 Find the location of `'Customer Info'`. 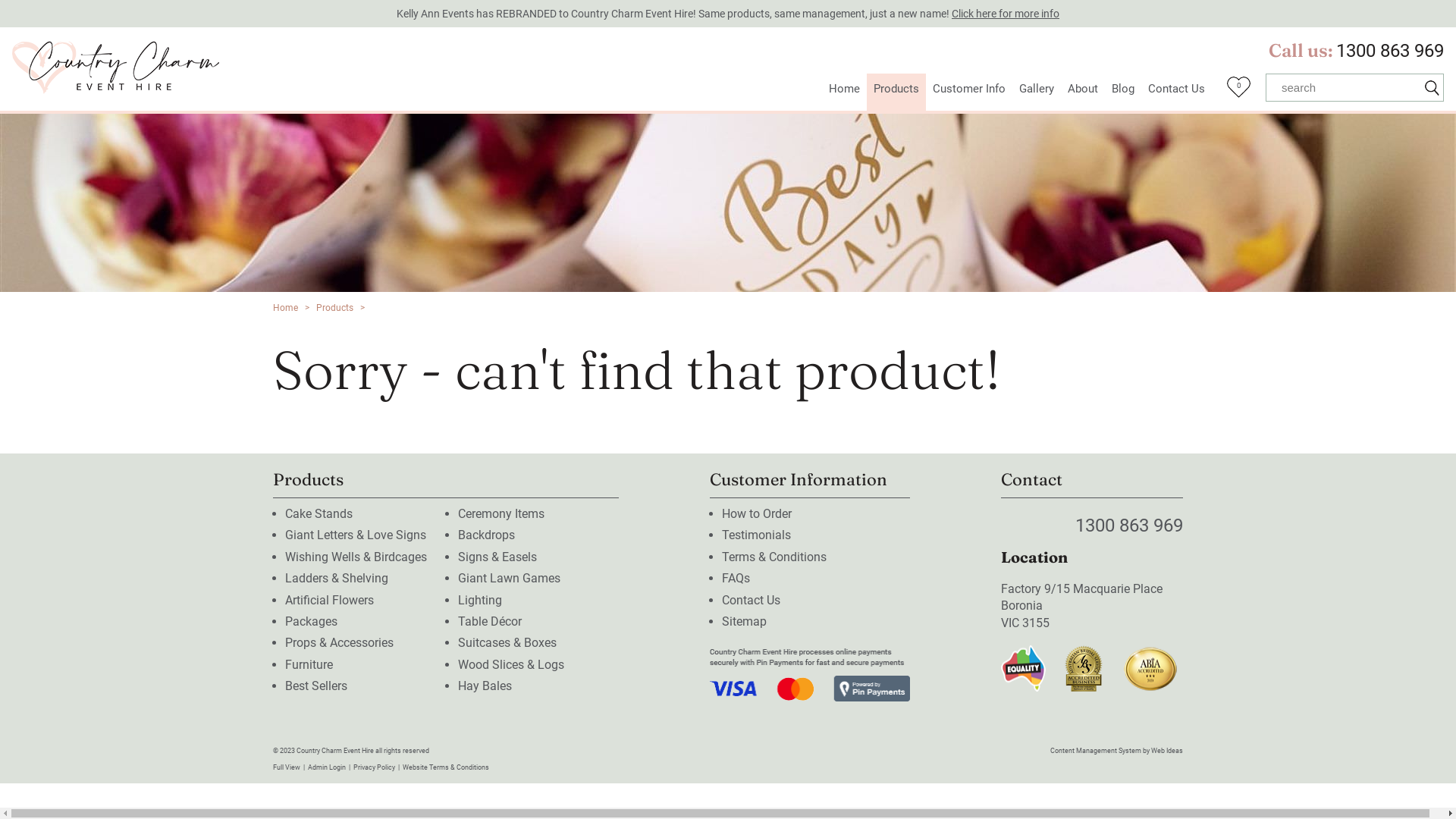

'Customer Info' is located at coordinates (968, 92).